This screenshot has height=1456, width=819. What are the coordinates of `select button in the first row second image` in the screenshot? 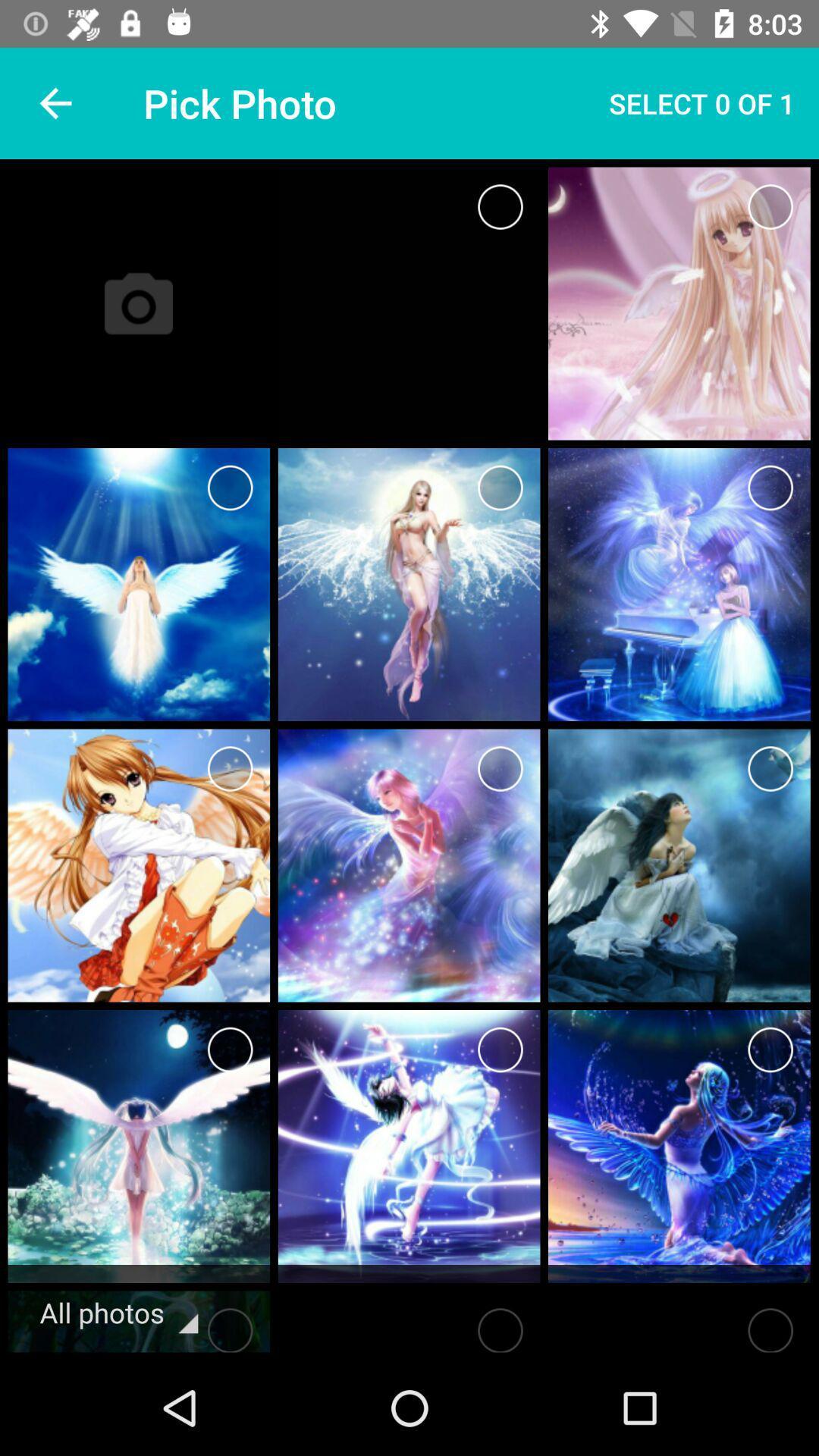 It's located at (770, 206).